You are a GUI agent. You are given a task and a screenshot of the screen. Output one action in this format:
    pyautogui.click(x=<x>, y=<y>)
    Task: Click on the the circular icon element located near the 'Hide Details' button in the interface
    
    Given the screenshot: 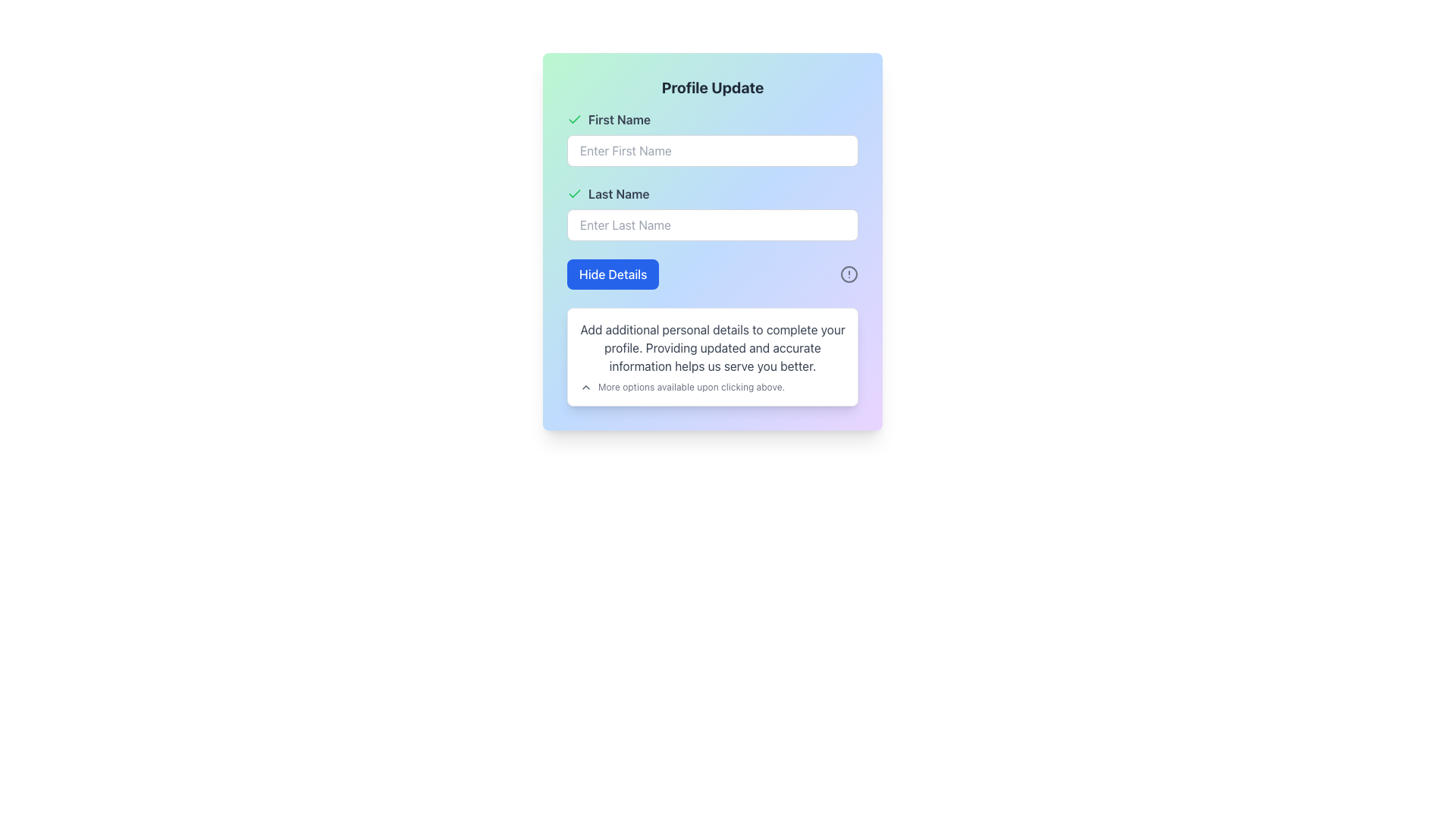 What is the action you would take?
    pyautogui.click(x=848, y=275)
    